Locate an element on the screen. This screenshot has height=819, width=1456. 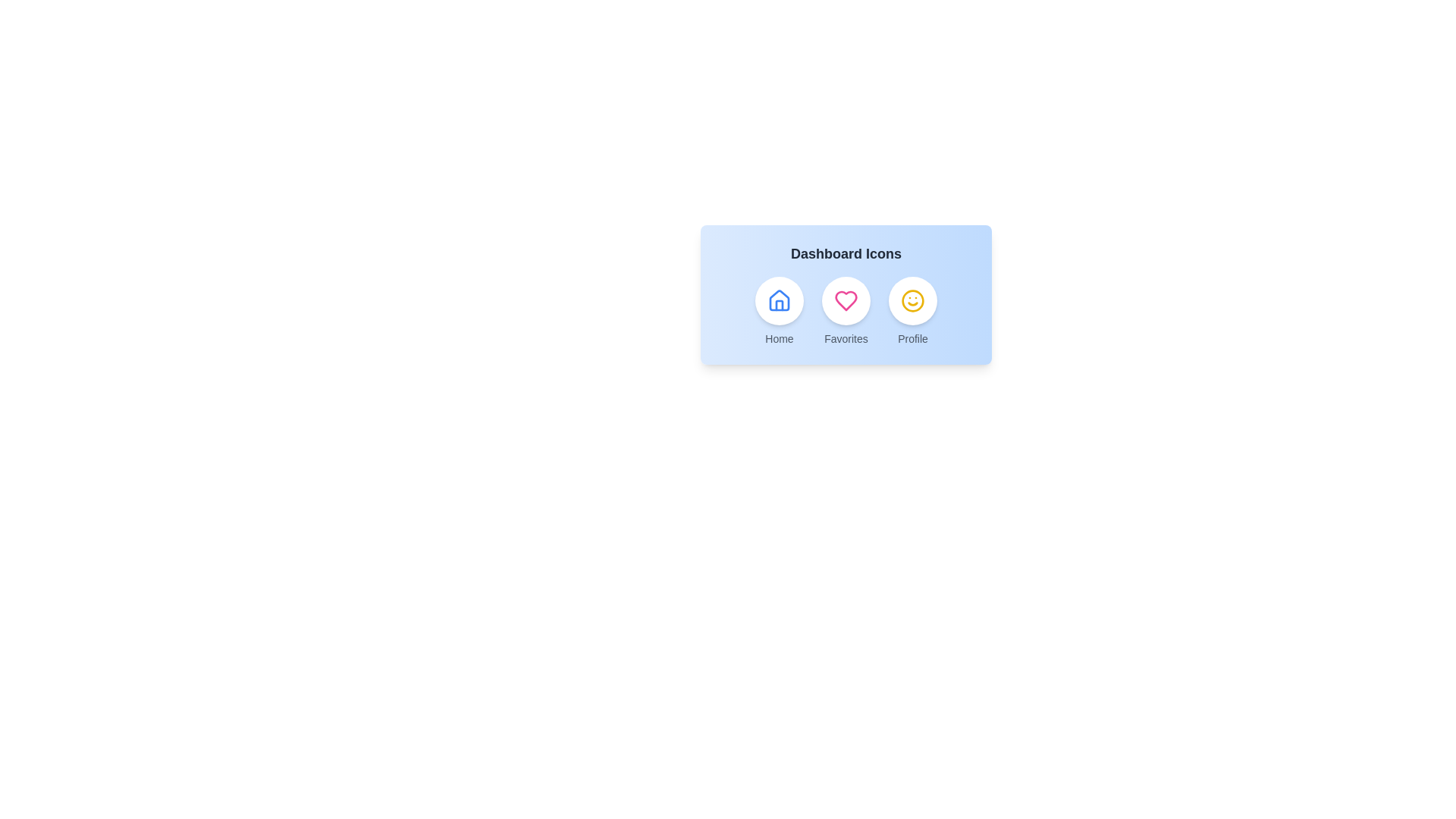
the Favorites button, which features a pink heart icon on a white circular background and is labeled with the text 'Favorites' in gray is located at coordinates (846, 311).